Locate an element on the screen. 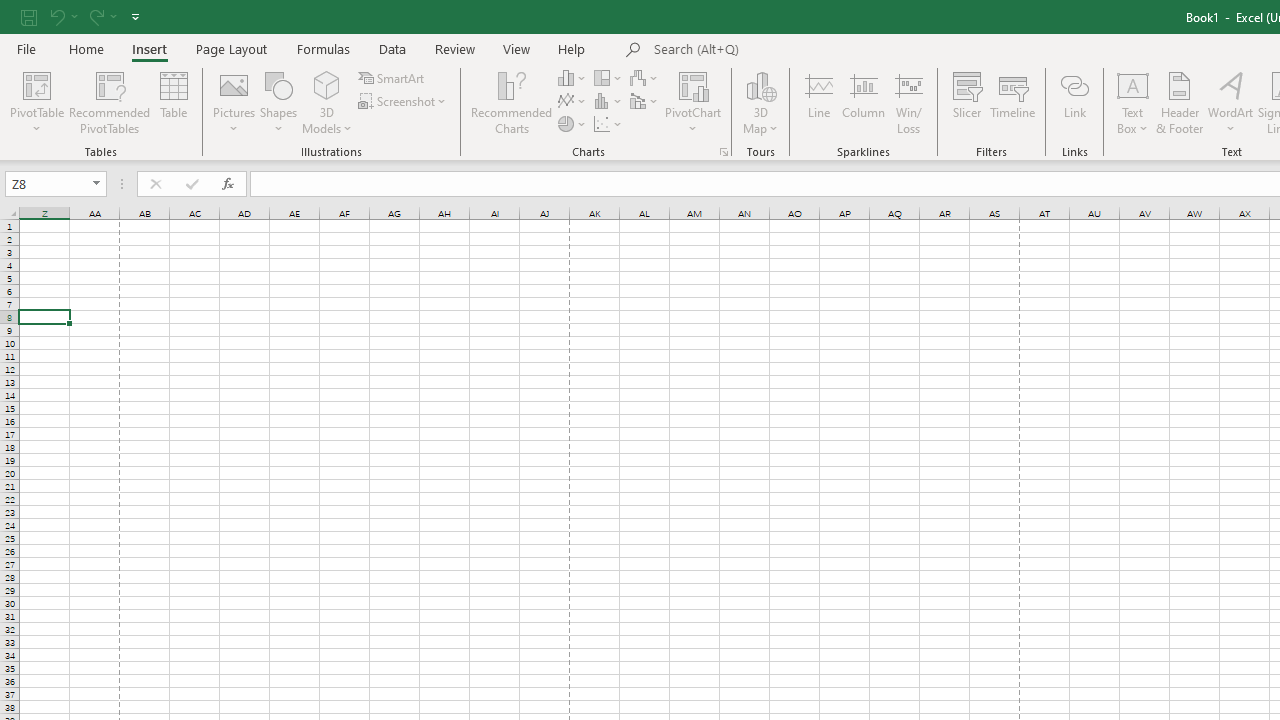 This screenshot has height=720, width=1280. 'Slicer...' is located at coordinates (967, 103).